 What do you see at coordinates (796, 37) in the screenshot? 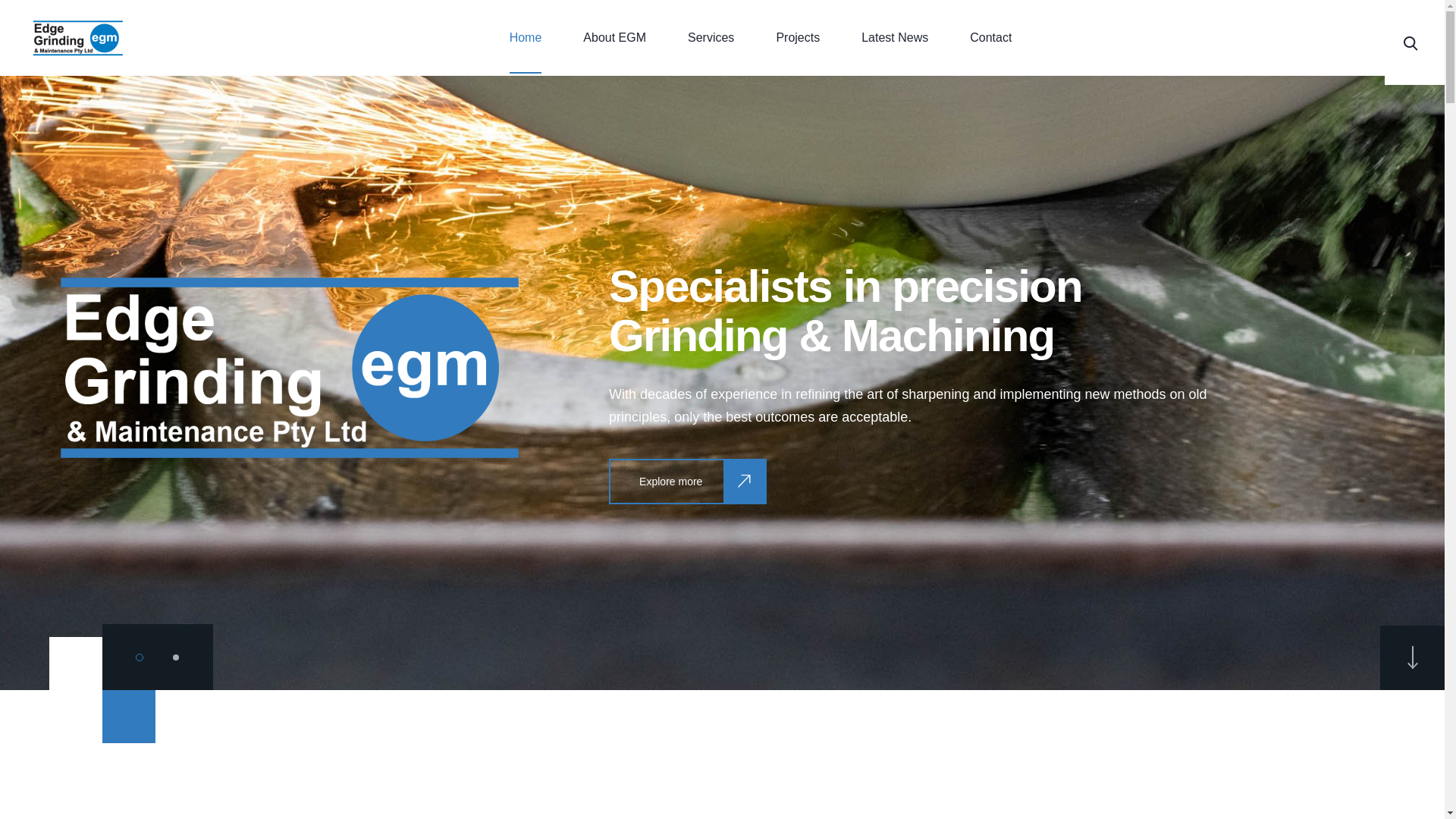
I see `'Projects'` at bounding box center [796, 37].